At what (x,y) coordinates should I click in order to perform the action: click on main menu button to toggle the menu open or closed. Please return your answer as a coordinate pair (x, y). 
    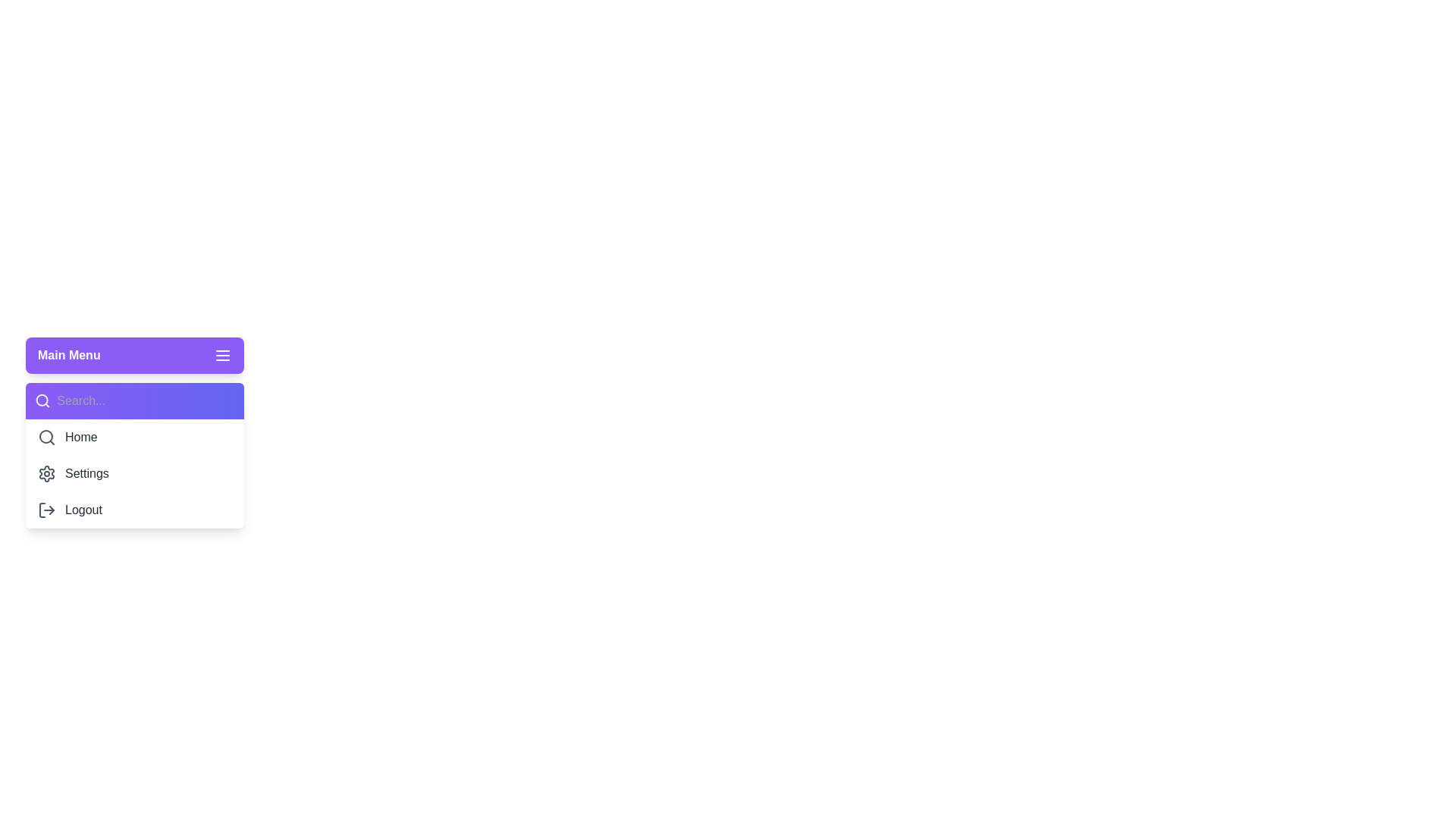
    Looking at the image, I should click on (134, 356).